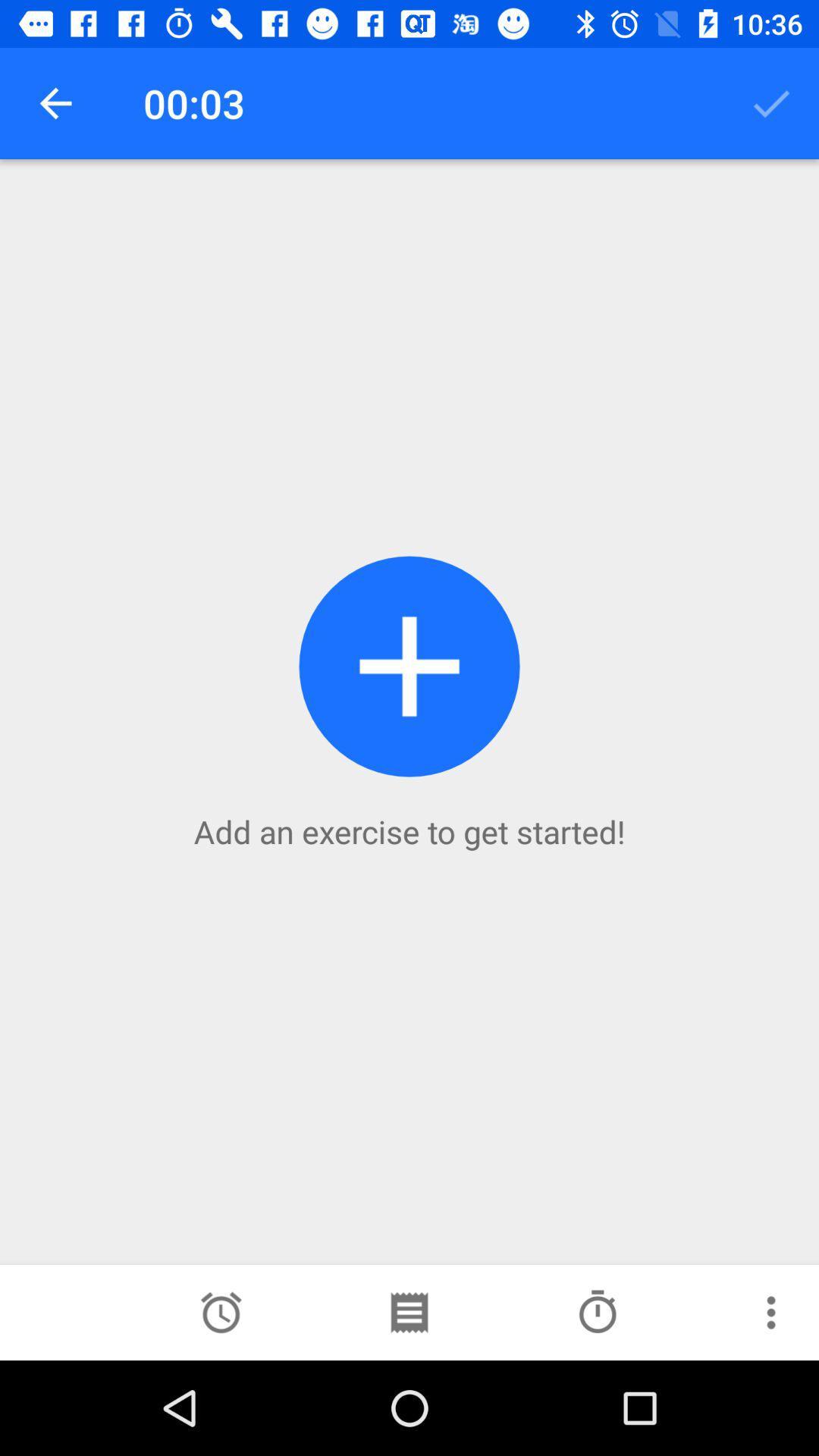  Describe the element at coordinates (408, 1312) in the screenshot. I see `the item below the add an exercise item` at that location.